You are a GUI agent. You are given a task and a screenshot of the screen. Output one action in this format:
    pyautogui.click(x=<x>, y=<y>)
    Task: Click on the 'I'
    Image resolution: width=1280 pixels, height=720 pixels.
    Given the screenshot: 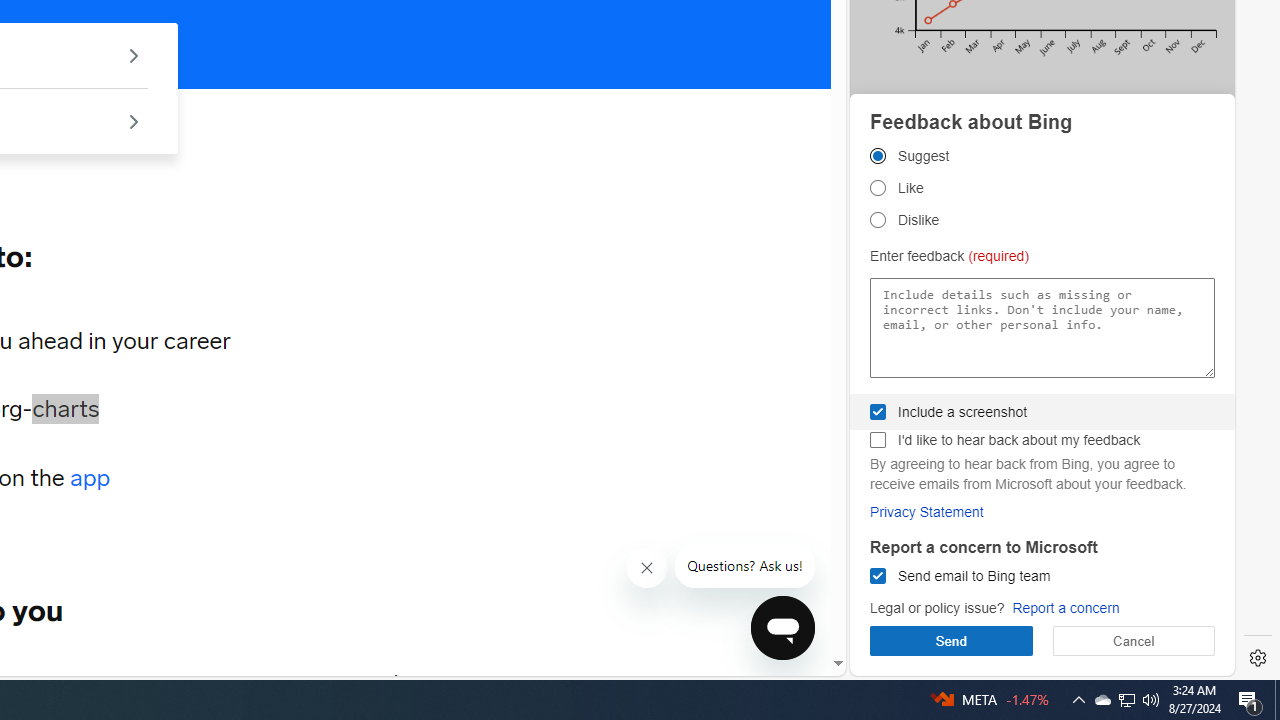 What is the action you would take?
    pyautogui.click(x=878, y=438)
    